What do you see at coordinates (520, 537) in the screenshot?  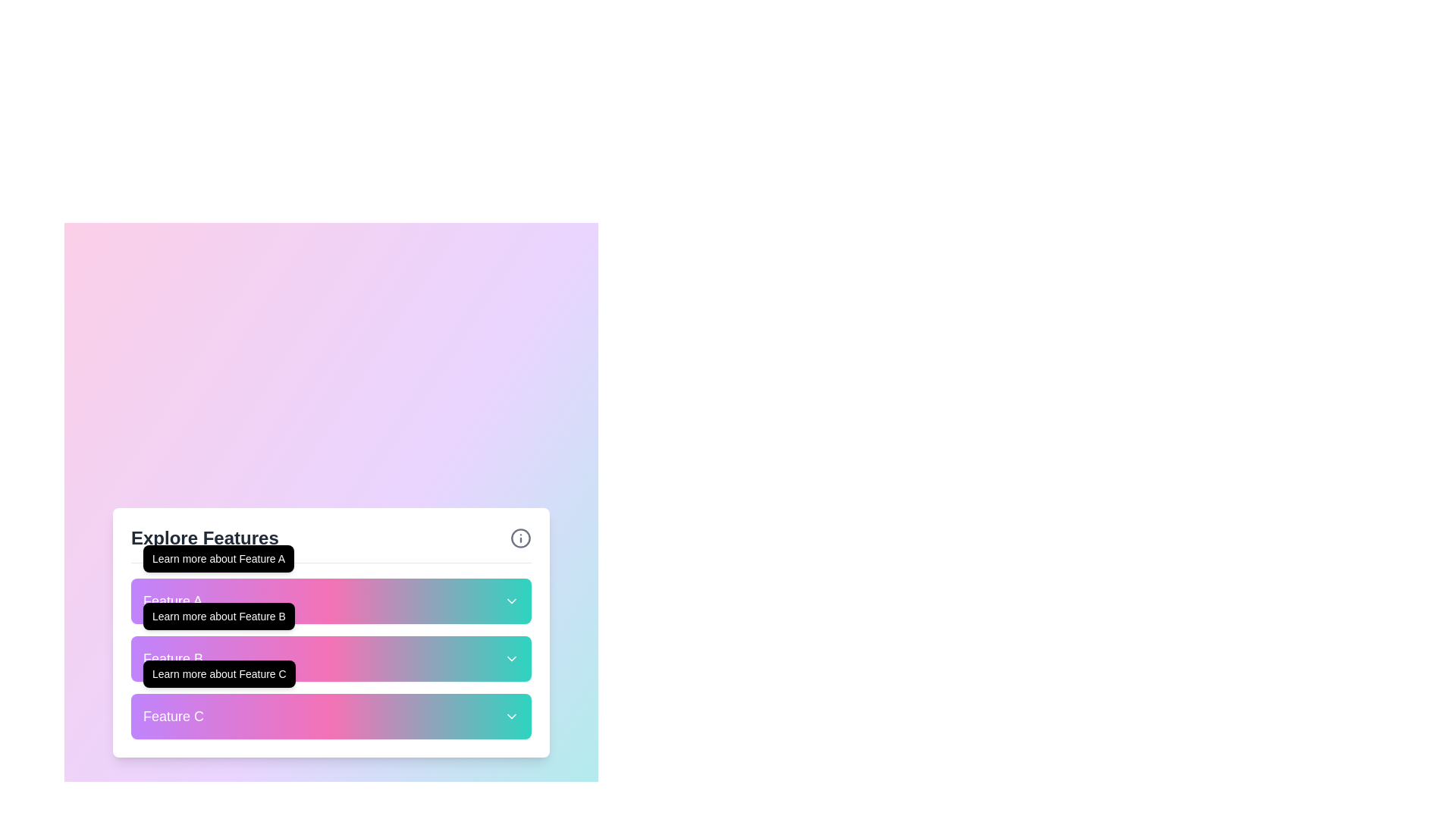 I see `the circular graphical component that is part of an information icon located at the top-right corner of a card-like structure` at bounding box center [520, 537].